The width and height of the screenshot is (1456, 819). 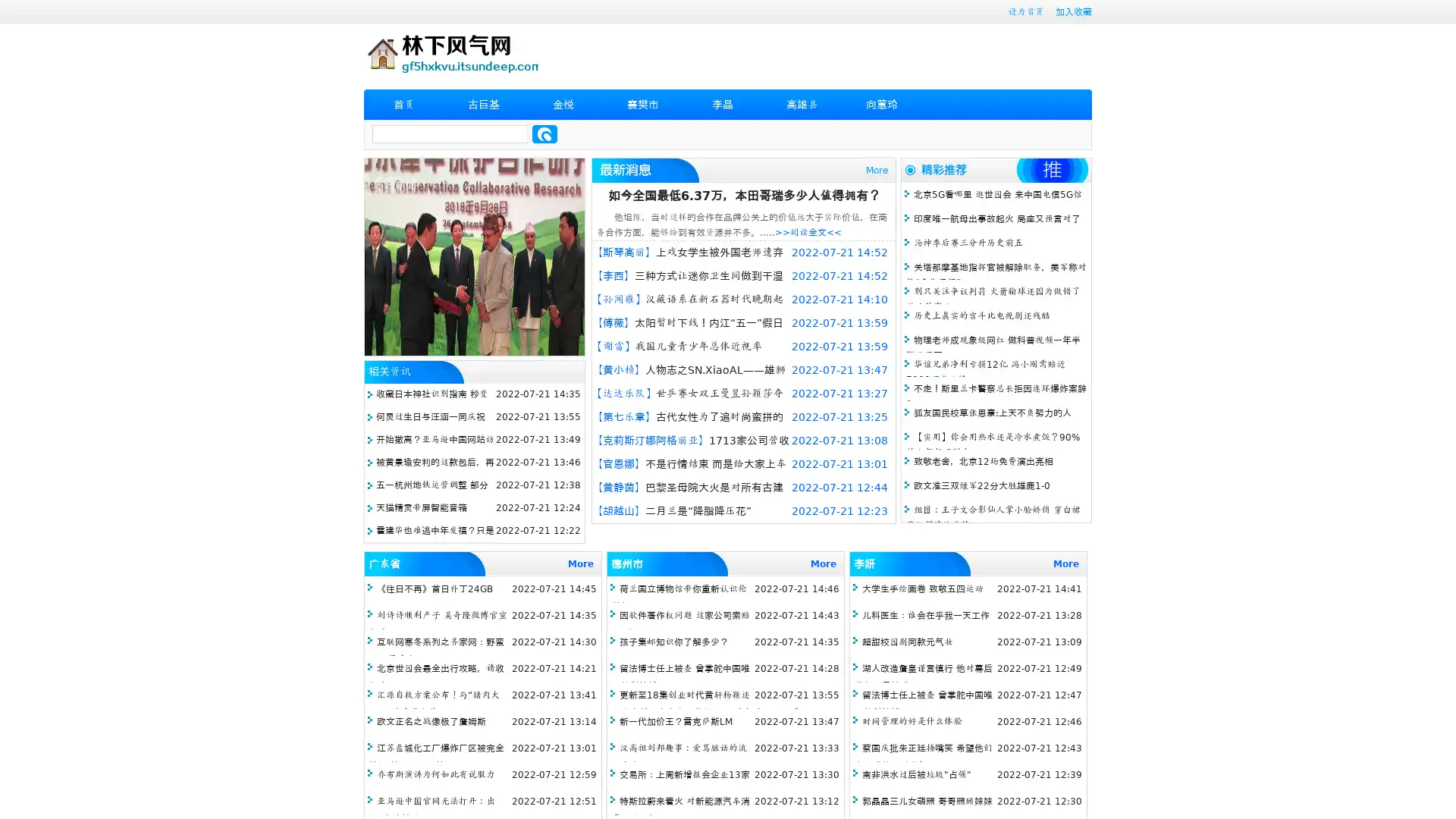 What do you see at coordinates (544, 133) in the screenshot?
I see `Search` at bounding box center [544, 133].